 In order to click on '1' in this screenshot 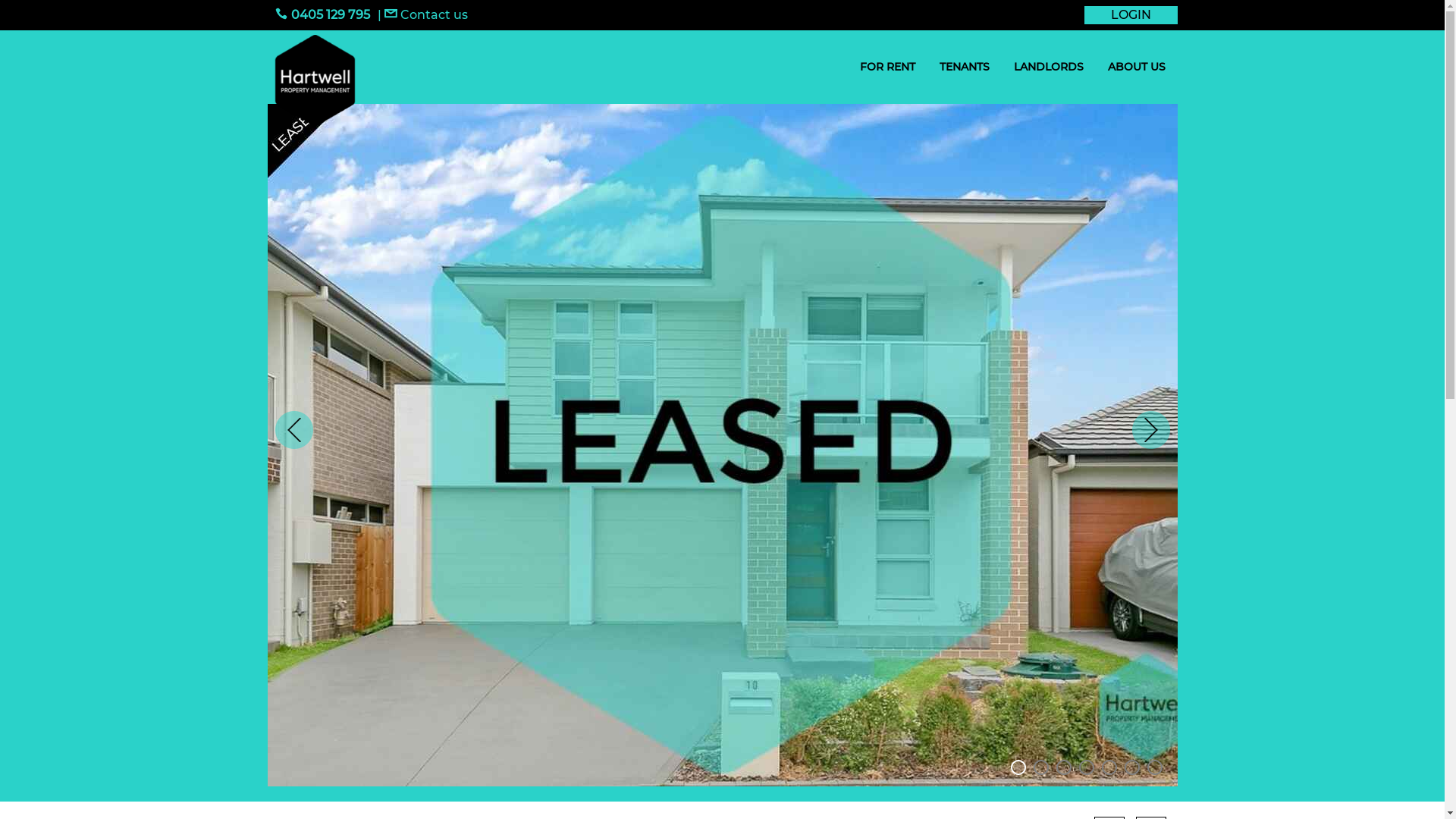, I will do `click(1018, 767)`.